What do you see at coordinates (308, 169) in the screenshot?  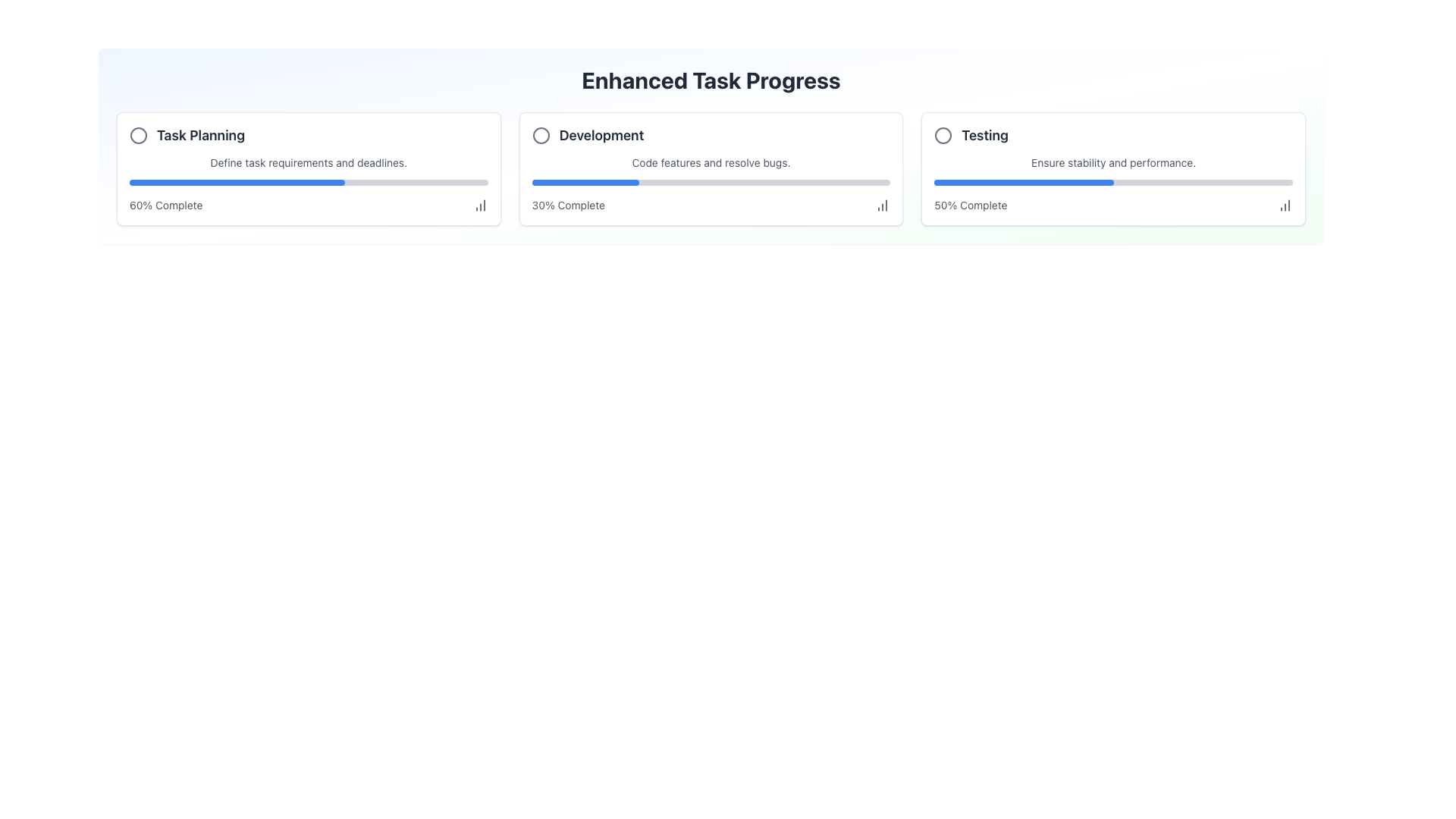 I see `the chart icon on the 'Task Planning' card located in the top-left corner of the grid layout` at bounding box center [308, 169].